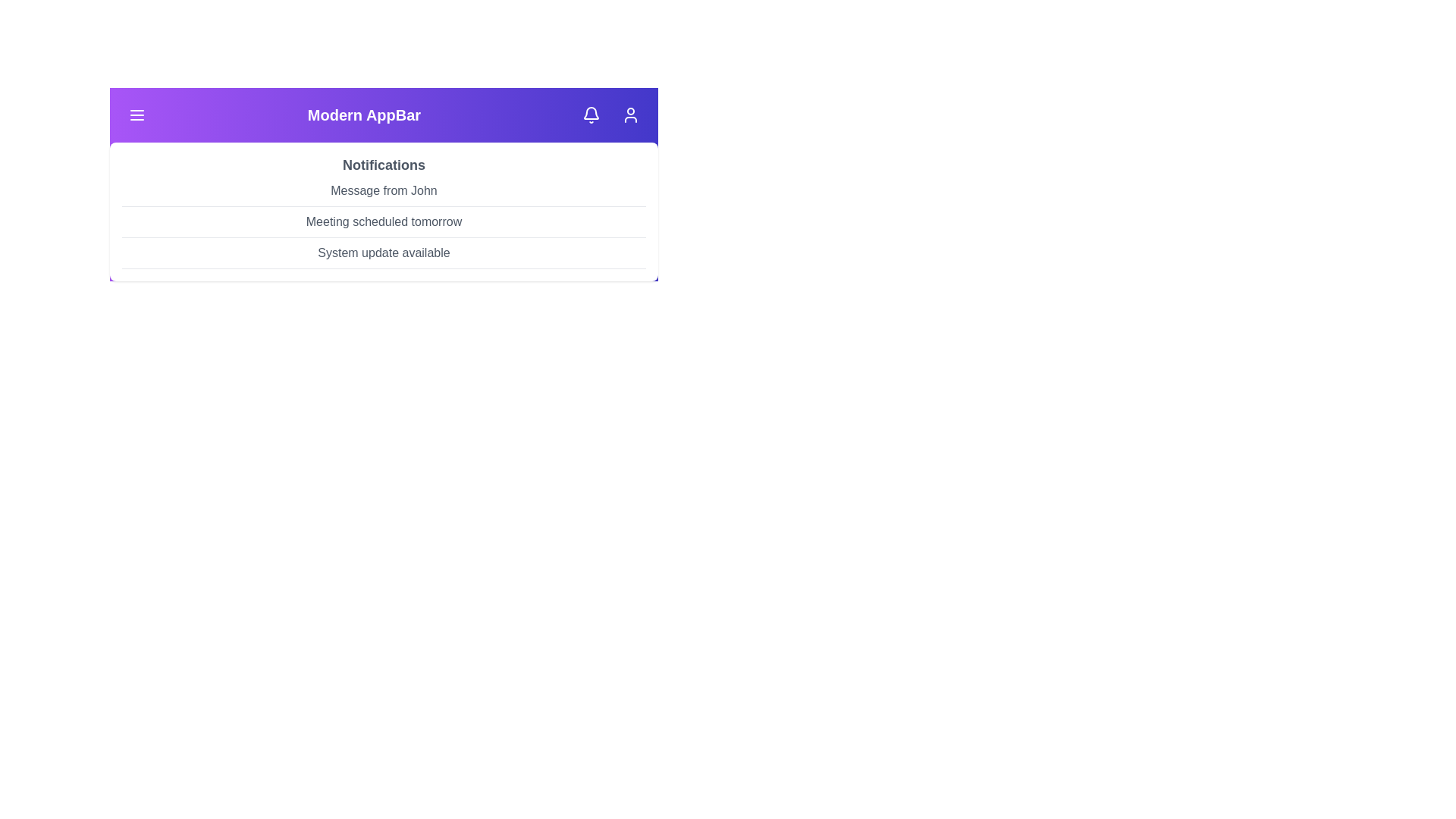 This screenshot has width=1456, height=819. I want to click on the user profile icon, so click(630, 114).